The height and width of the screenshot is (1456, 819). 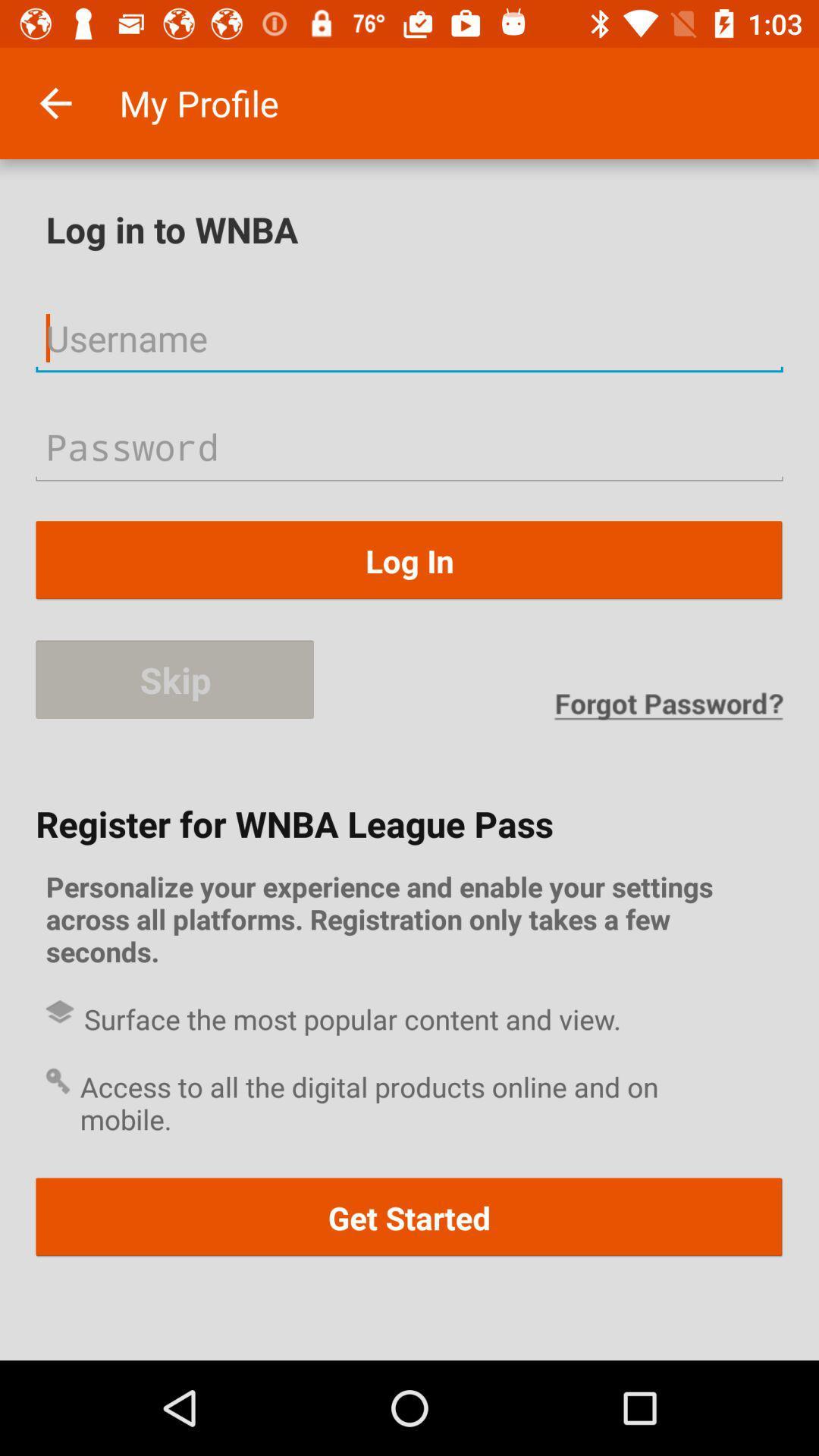 I want to click on the icon above register for wnba, so click(x=667, y=705).